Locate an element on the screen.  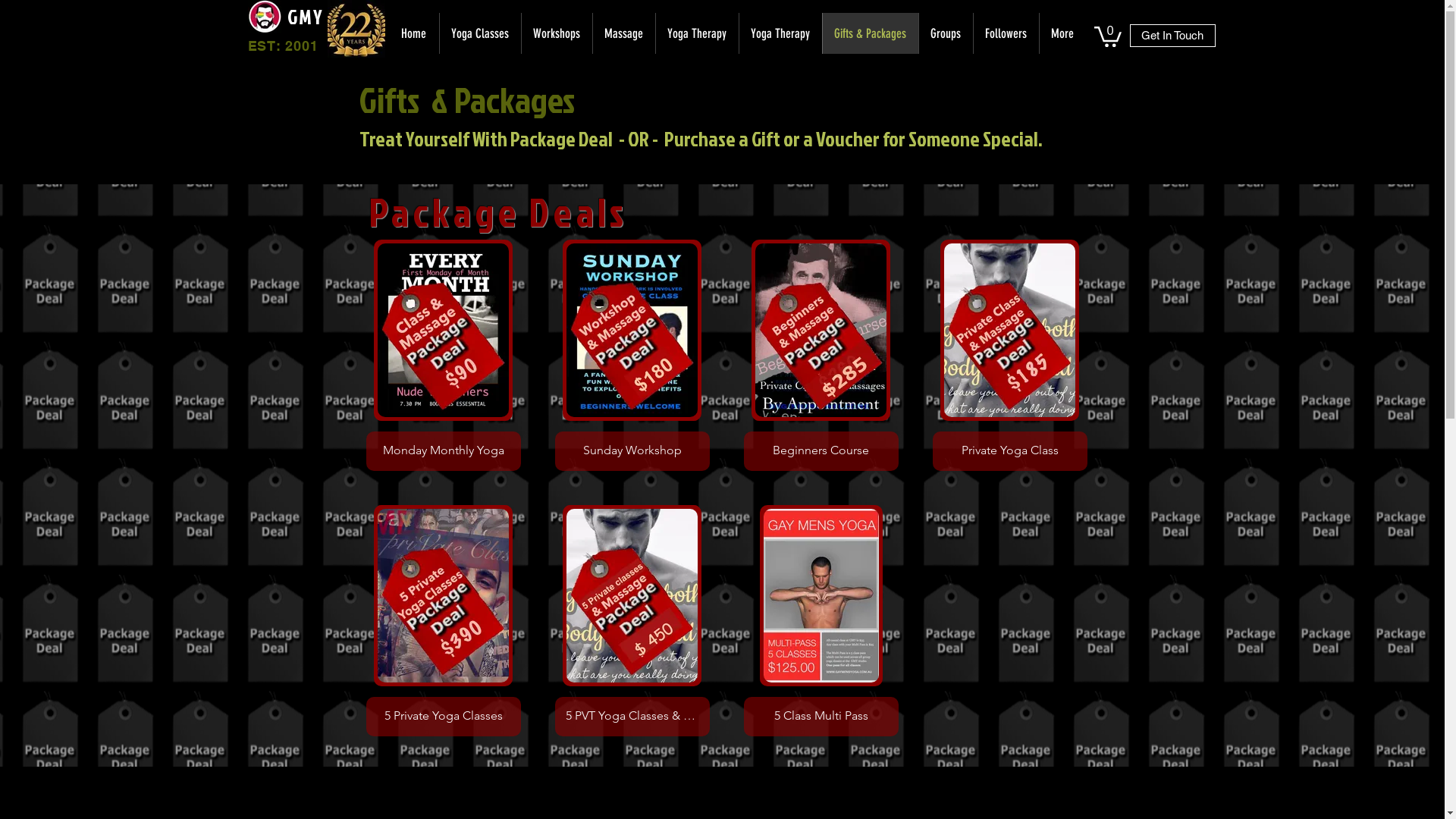
'Get In Touch' is located at coordinates (1172, 34).